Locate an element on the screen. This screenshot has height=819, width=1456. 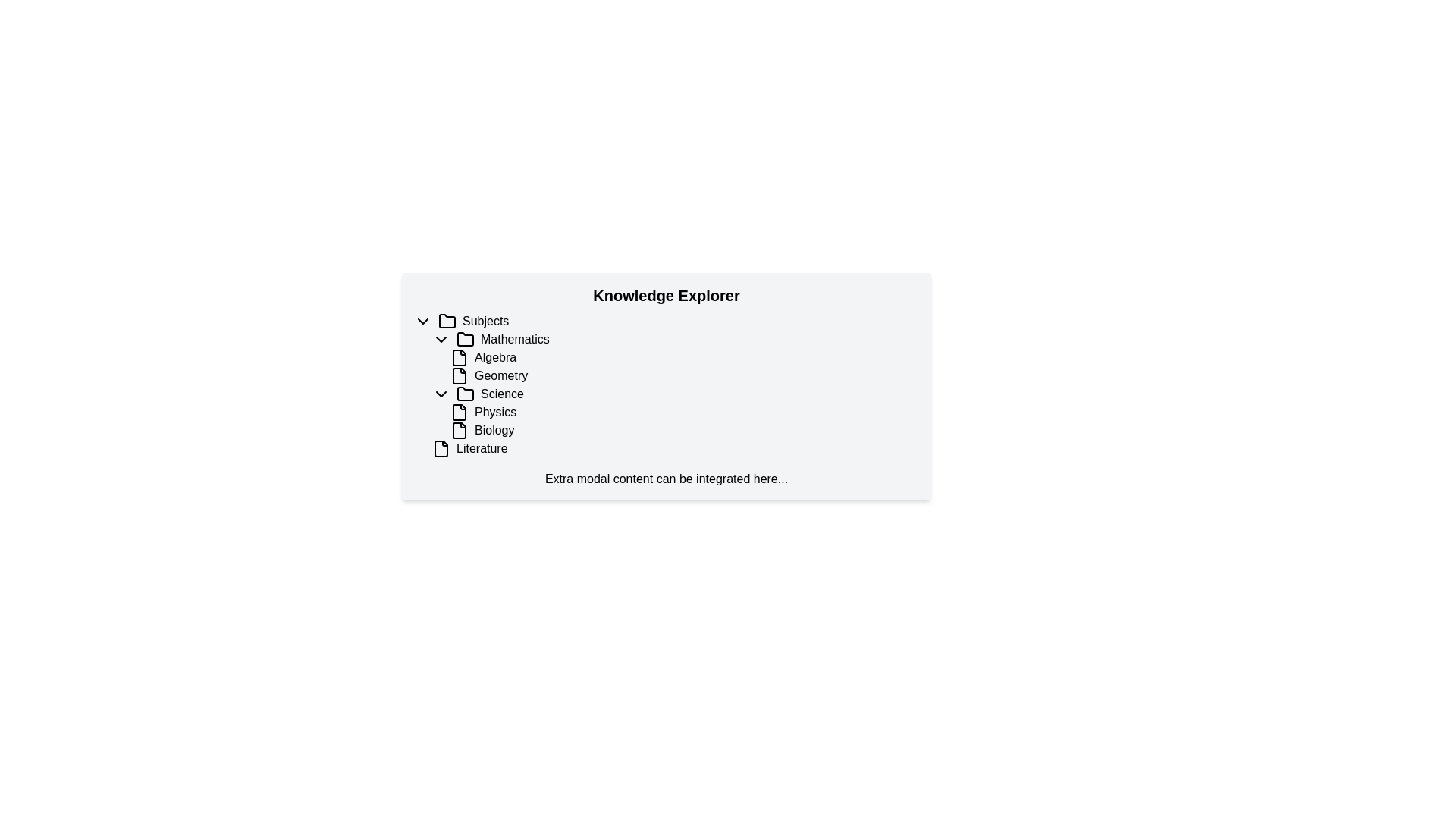
the 'Geometry' text label, which is positioned centrally under the 'Mathematics' category and between 'Algebra' and 'Science' is located at coordinates (501, 375).